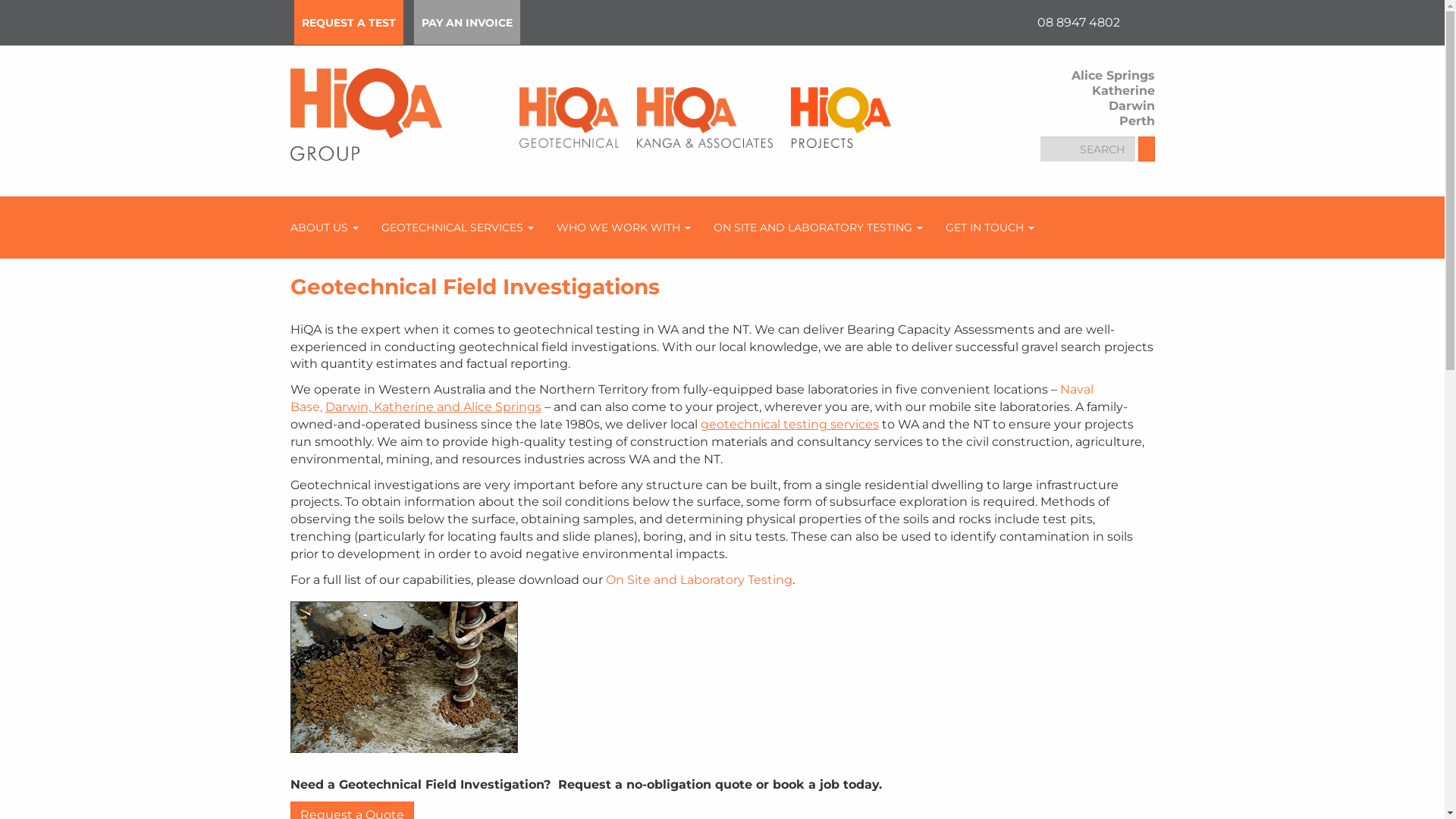  Describe the element at coordinates (431, 406) in the screenshot. I see `'Darwin, Katherine and Alice Springs'` at that location.